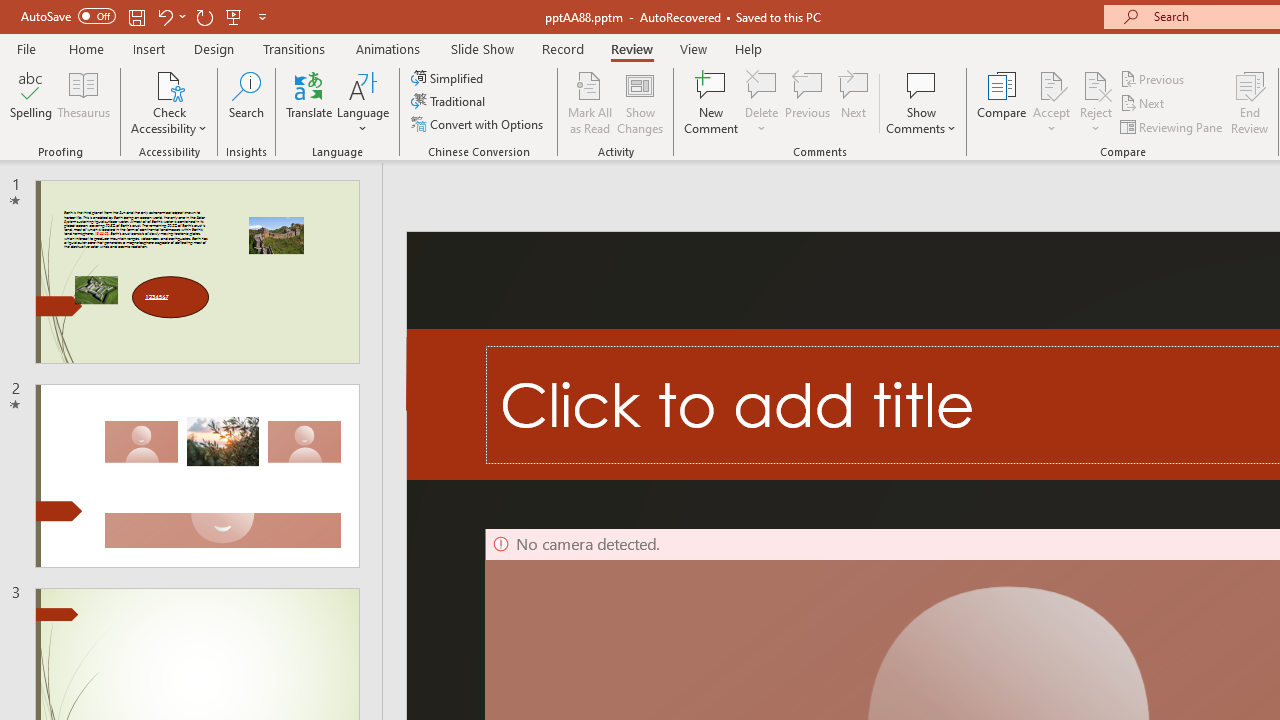 The width and height of the screenshot is (1280, 720). Describe the element at coordinates (1050, 84) in the screenshot. I see `'Accept Change'` at that location.